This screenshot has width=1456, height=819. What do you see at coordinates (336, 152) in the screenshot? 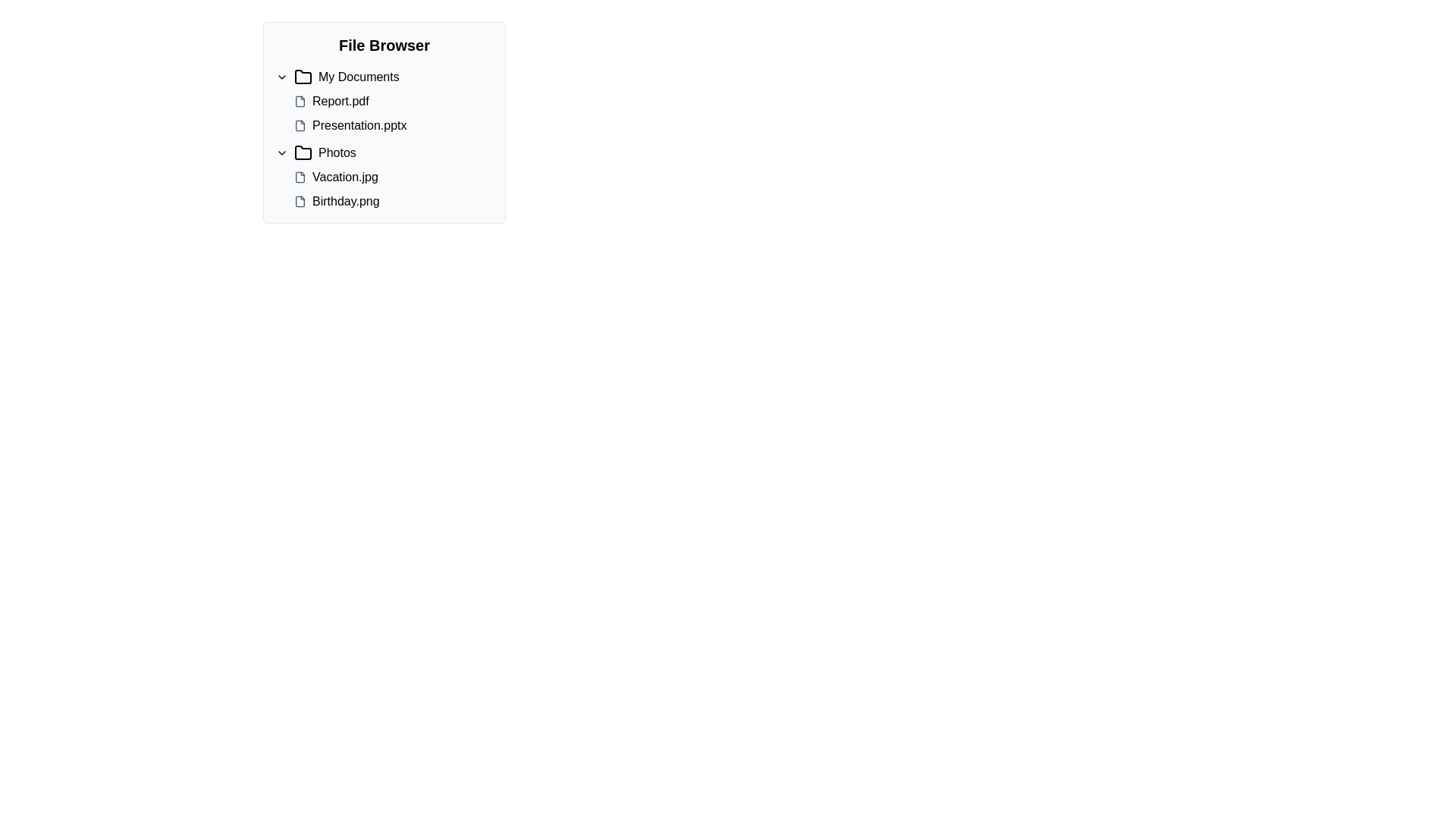
I see `the 'Photos' folder label in the file browser interface, which is located to the right of the folder icon in the second collapsible section` at bounding box center [336, 152].